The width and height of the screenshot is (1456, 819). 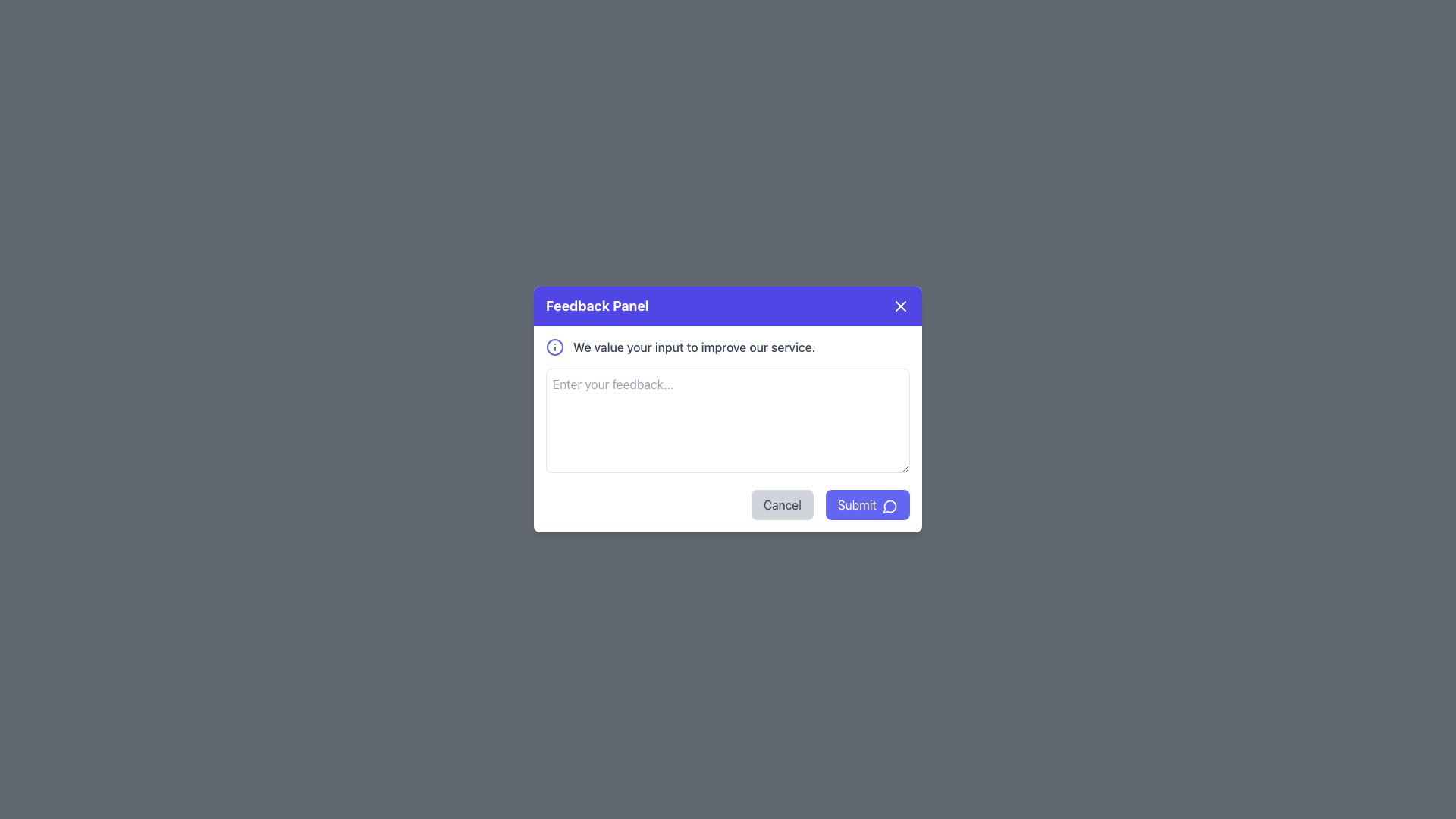 I want to click on the Text Label that states 'We value your input to improve our service.' positioned near the top of the feedback panel, adjacent to the information icon, so click(x=693, y=347).